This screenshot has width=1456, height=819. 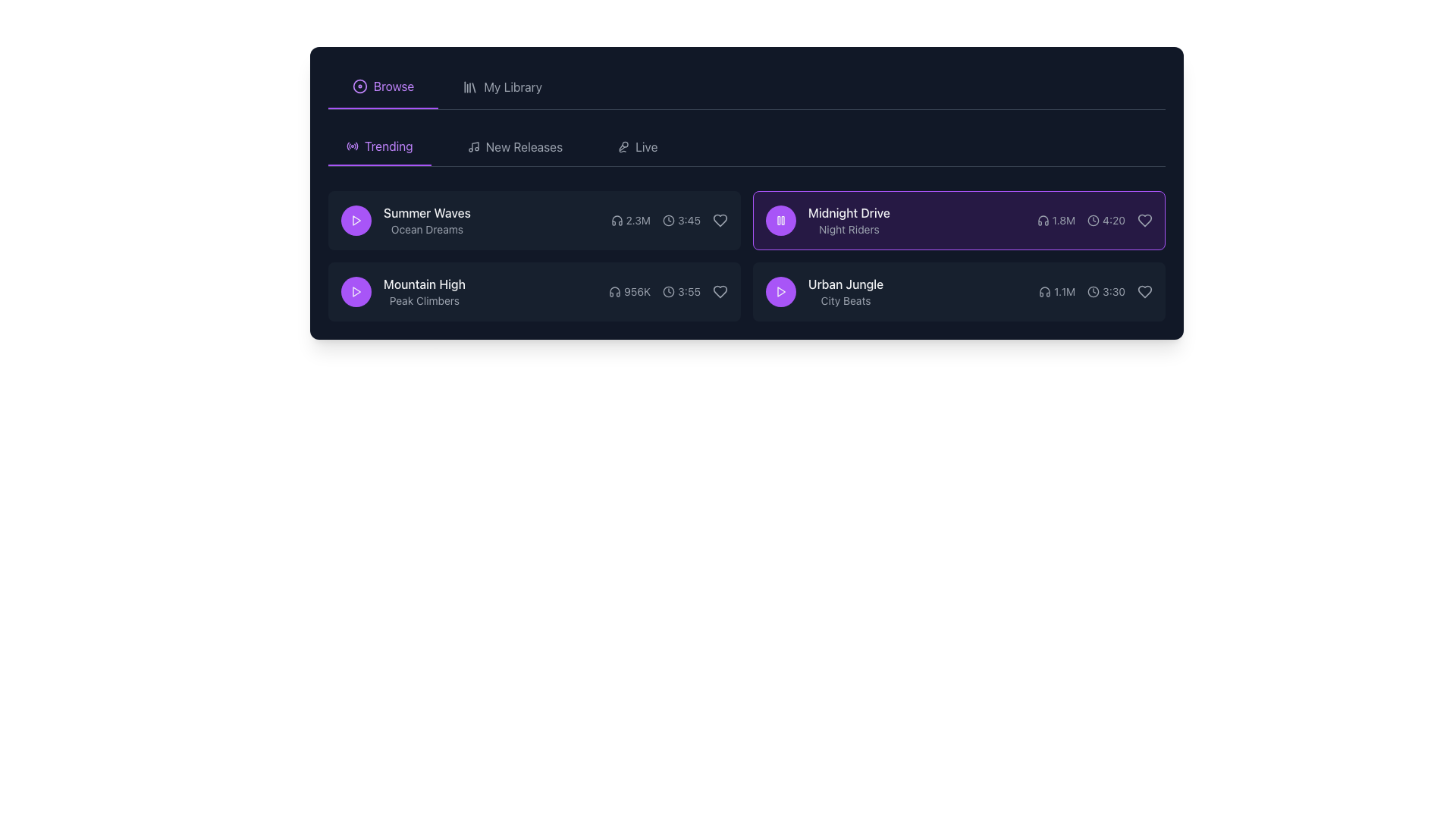 I want to click on displayed metric of the text label showing '1.8M' next to the headphones icon, positioned in the middle section of the row for the 'Midnight Drive' track, so click(x=1055, y=220).